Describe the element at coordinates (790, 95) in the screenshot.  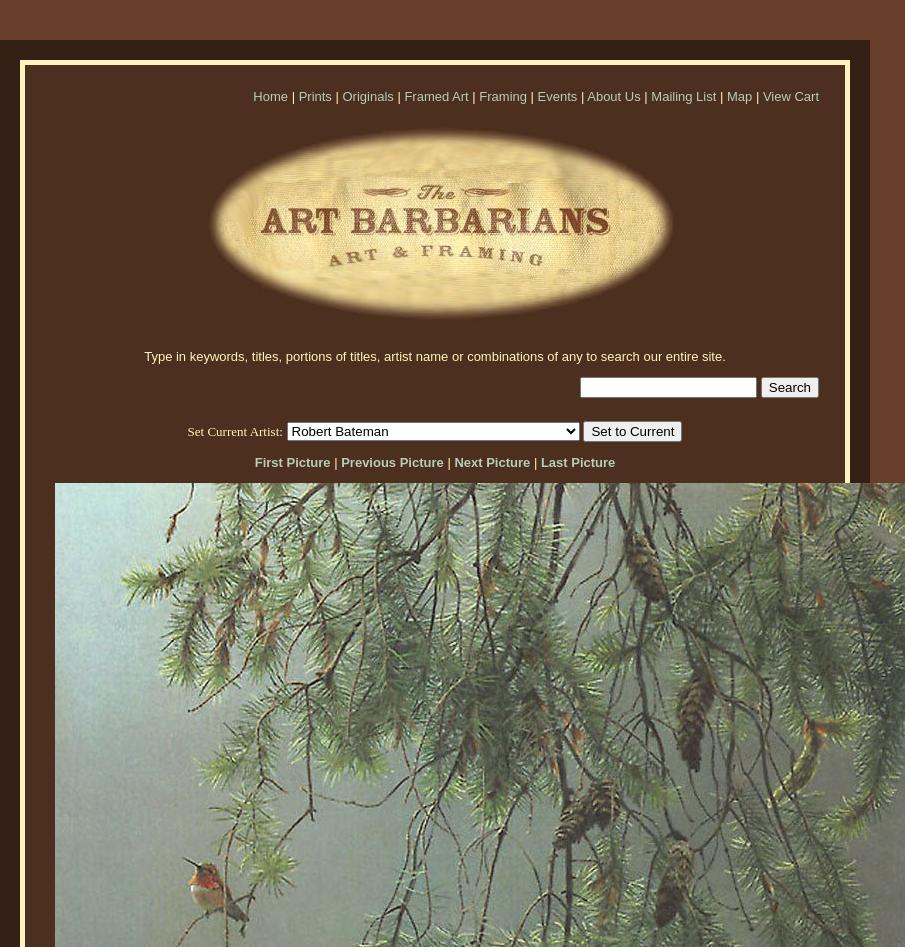
I see `'View Cart'` at that location.